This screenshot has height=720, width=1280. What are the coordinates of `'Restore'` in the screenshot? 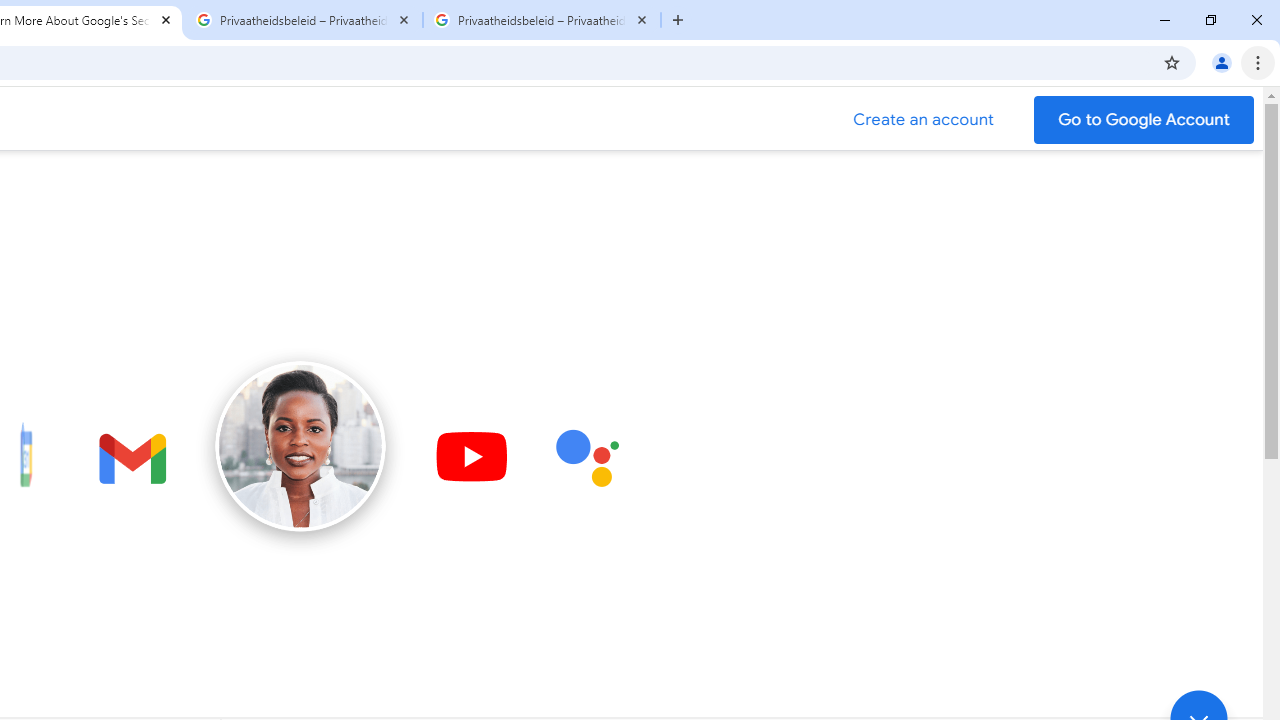 It's located at (1209, 20).